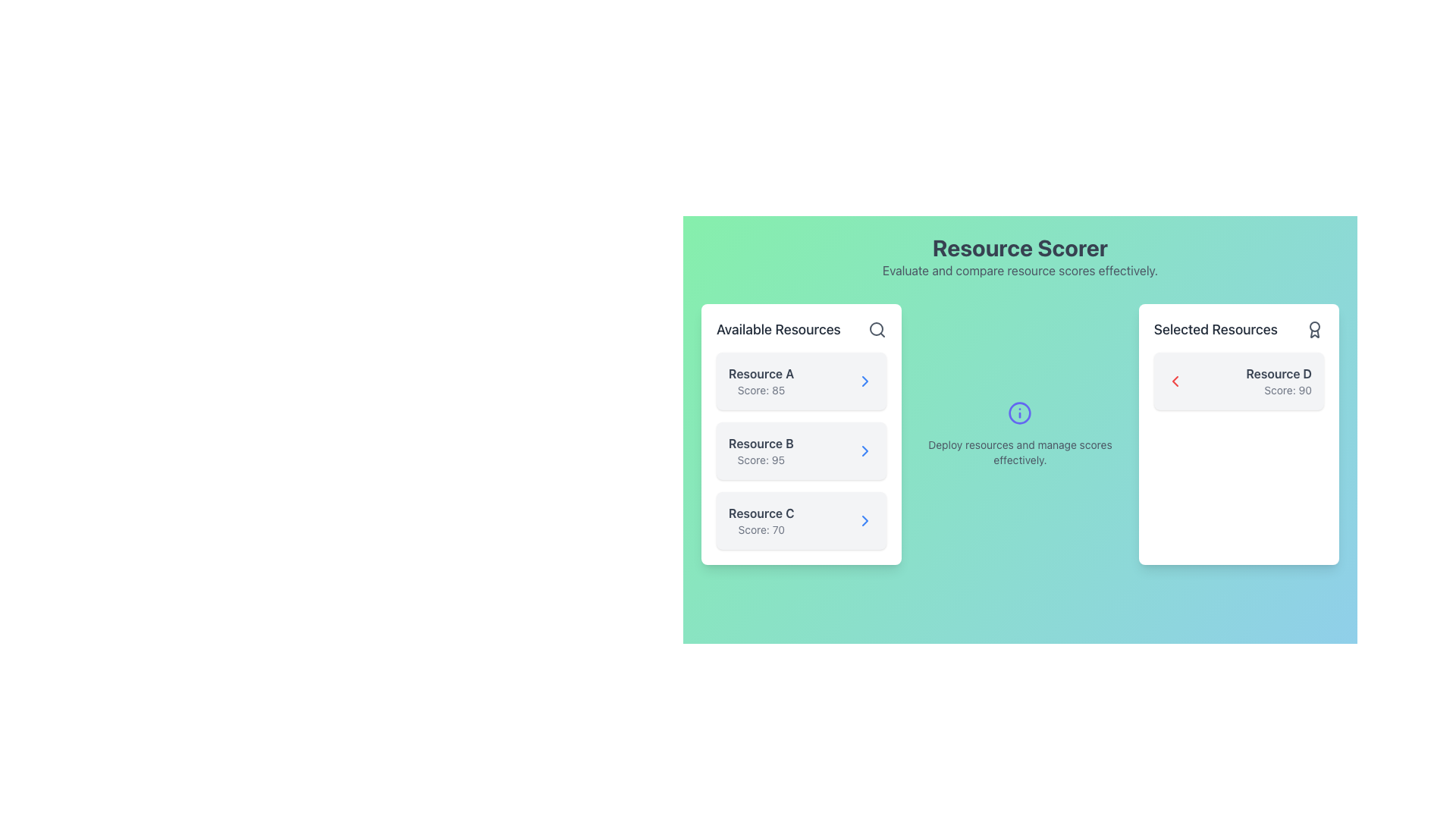  Describe the element at coordinates (761, 459) in the screenshot. I see `informational text displaying 'Score: 95' located beneath the label 'Resource B' in the 'Available Resources' section` at that location.